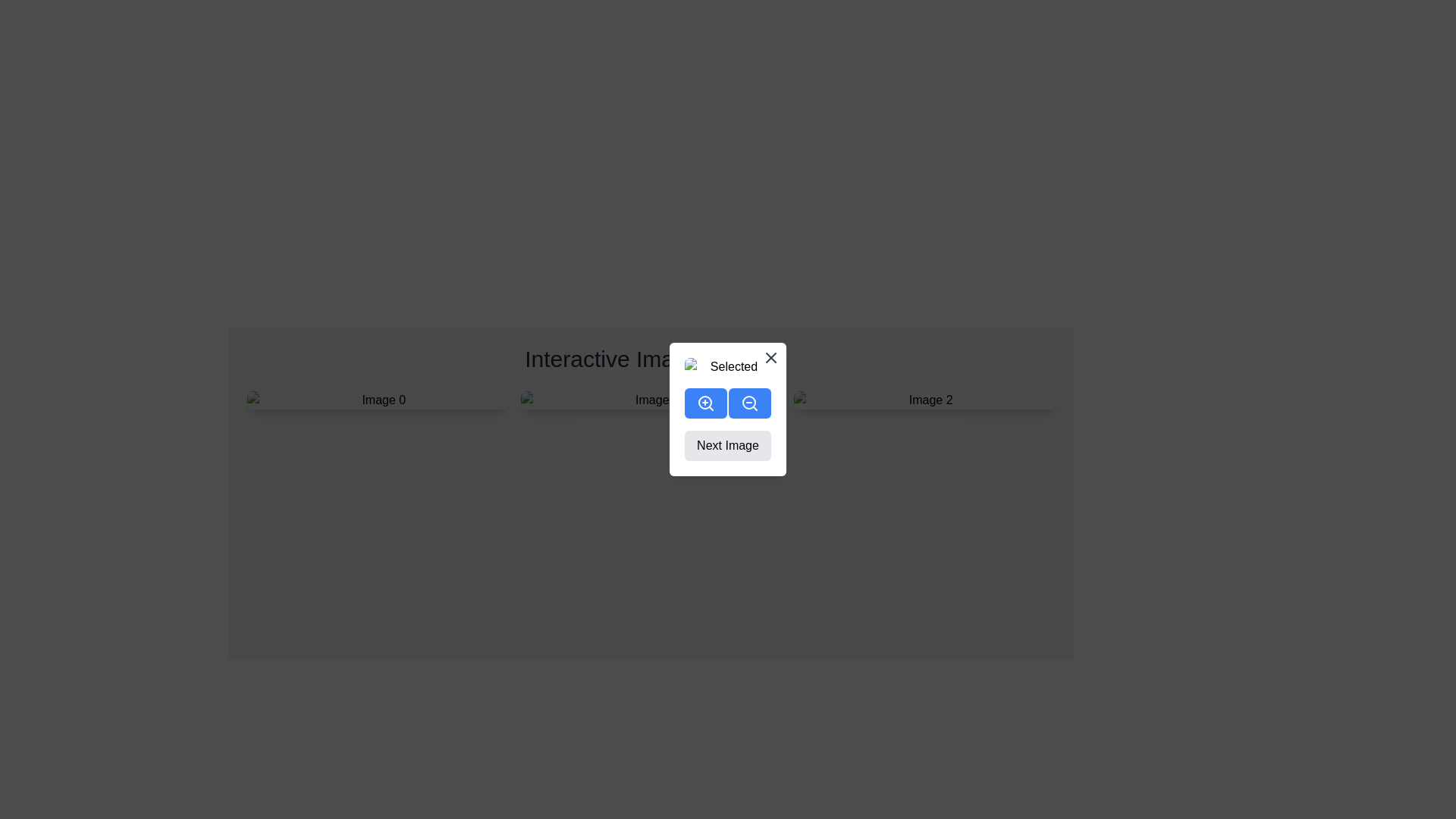 The width and height of the screenshot is (1456, 819). What do you see at coordinates (378, 400) in the screenshot?
I see `the first image thumbnail labeled 'Image 1' in the horizontal grid layout to interact with it` at bounding box center [378, 400].